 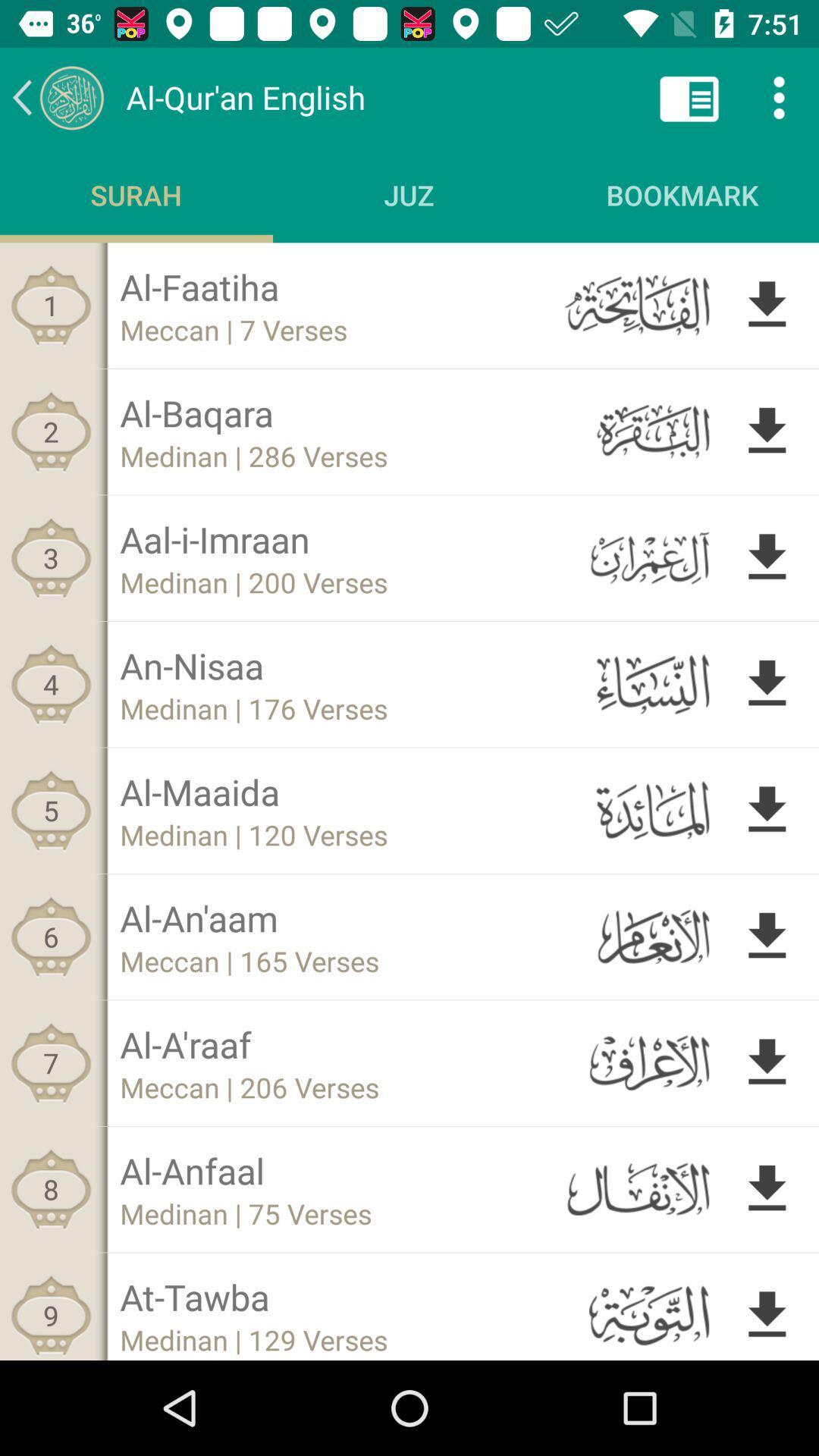 What do you see at coordinates (767, 683) in the screenshot?
I see `down load` at bounding box center [767, 683].